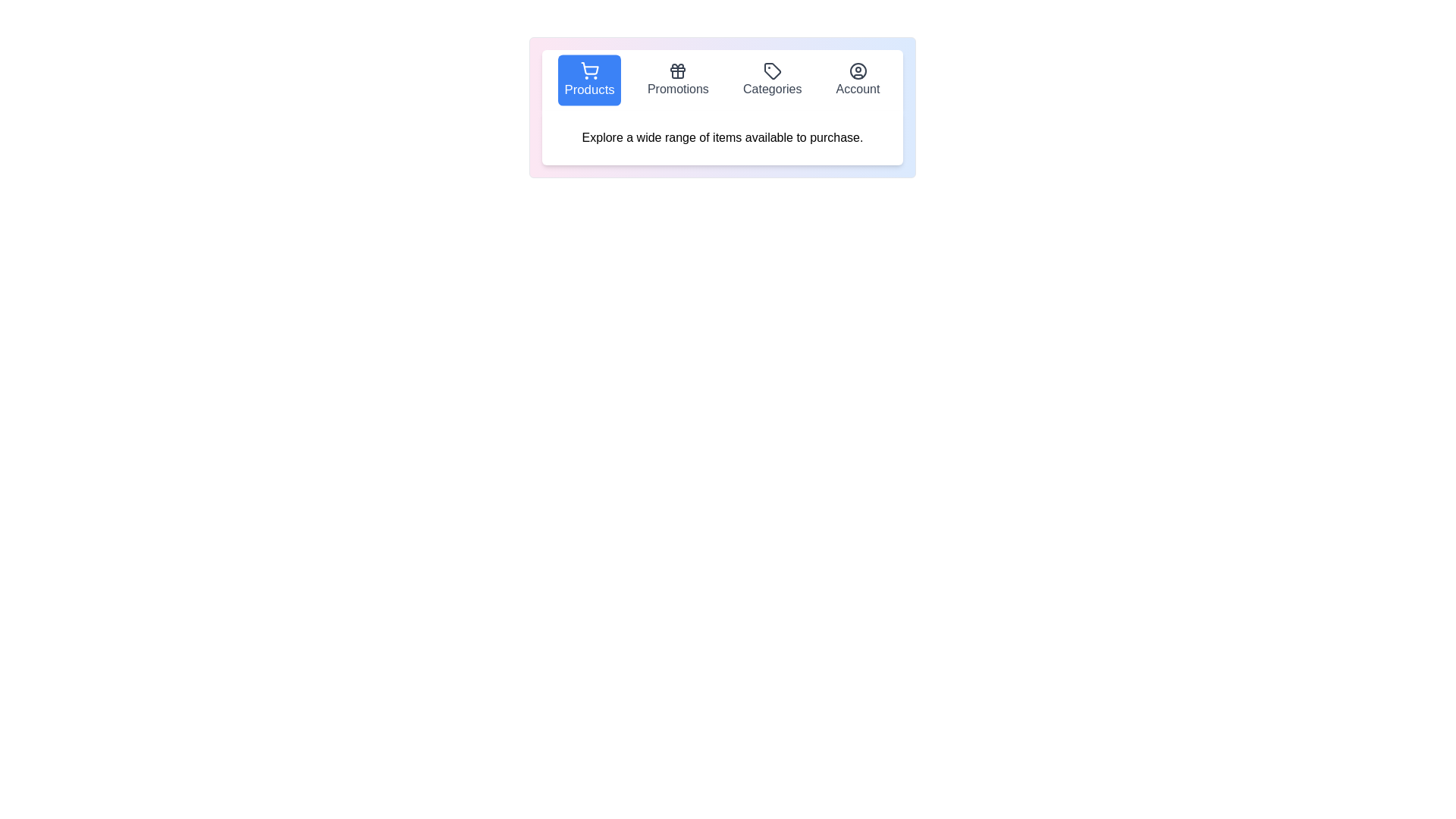 Image resolution: width=1456 pixels, height=819 pixels. What do you see at coordinates (676, 80) in the screenshot?
I see `the tab labeled Promotions to select it` at bounding box center [676, 80].